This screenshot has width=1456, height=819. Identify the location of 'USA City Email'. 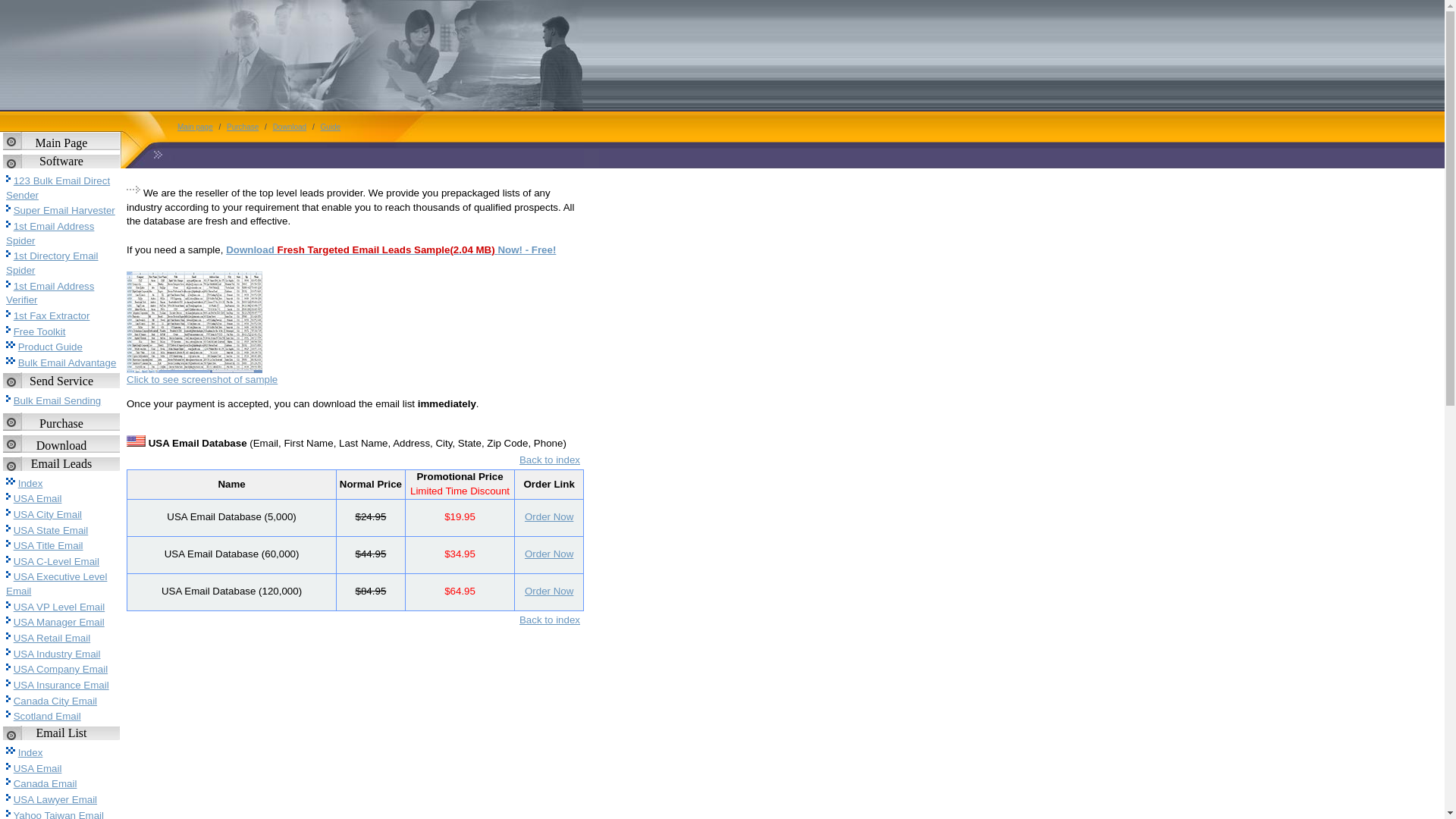
(47, 513).